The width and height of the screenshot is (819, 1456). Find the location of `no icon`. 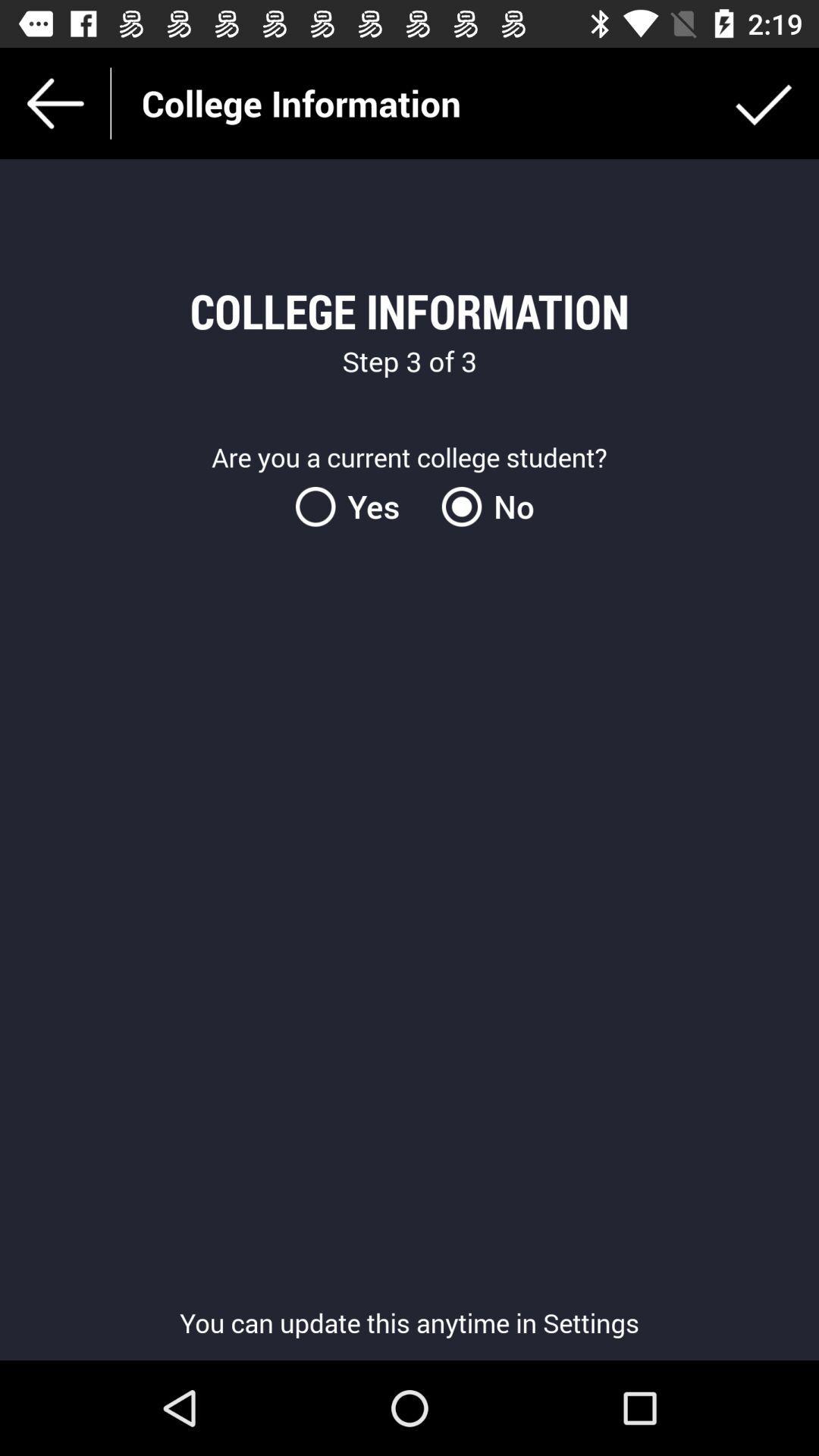

no icon is located at coordinates (482, 507).